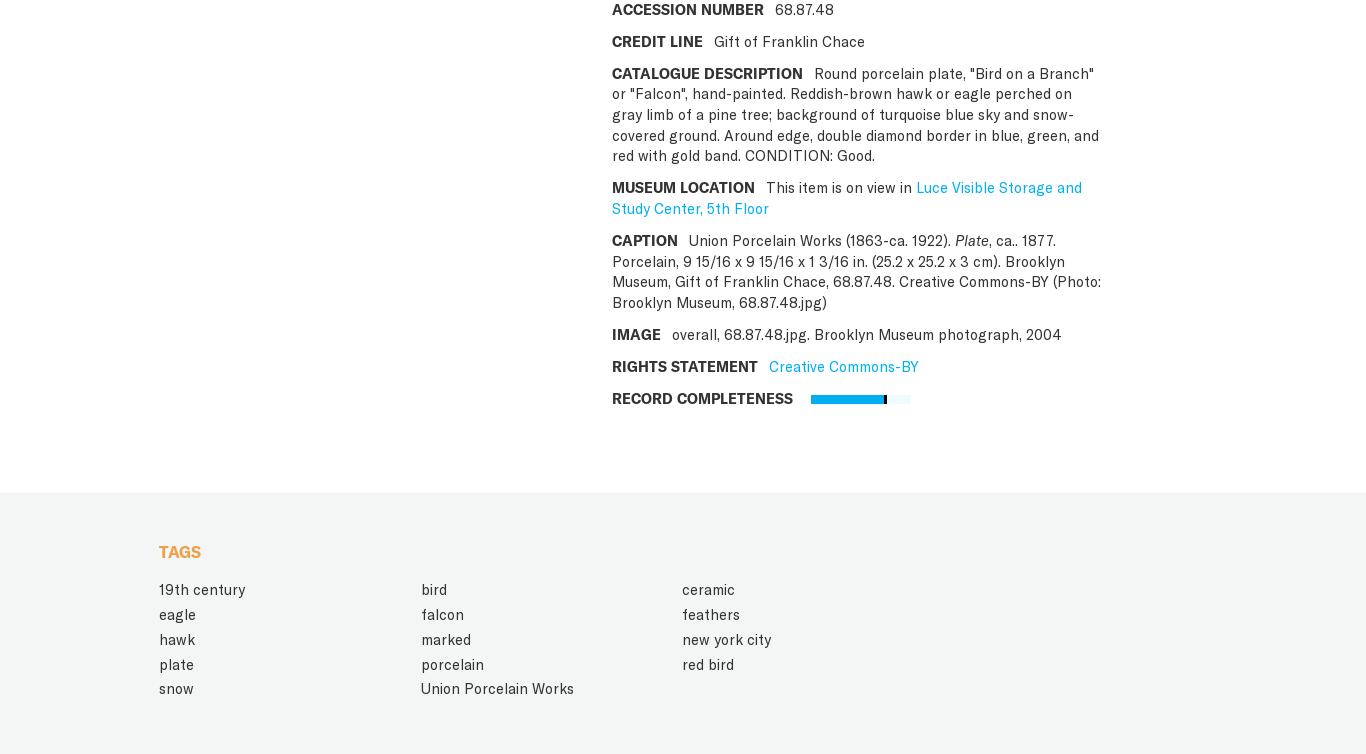 This screenshot has width=1366, height=754. What do you see at coordinates (176, 638) in the screenshot?
I see `'hawk'` at bounding box center [176, 638].